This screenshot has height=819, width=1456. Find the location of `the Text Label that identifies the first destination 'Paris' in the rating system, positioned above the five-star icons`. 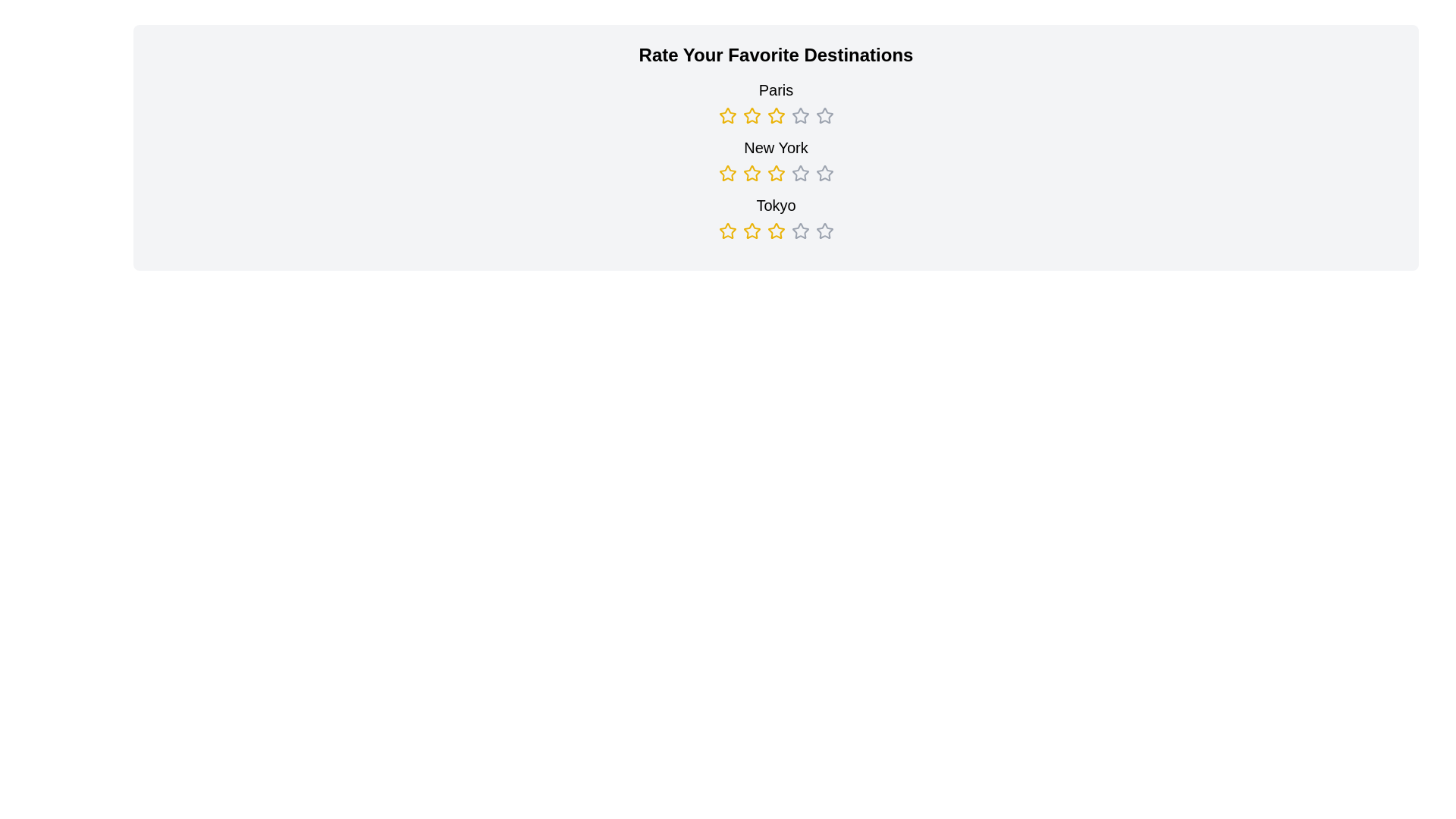

the Text Label that identifies the first destination 'Paris' in the rating system, positioned above the five-star icons is located at coordinates (776, 90).